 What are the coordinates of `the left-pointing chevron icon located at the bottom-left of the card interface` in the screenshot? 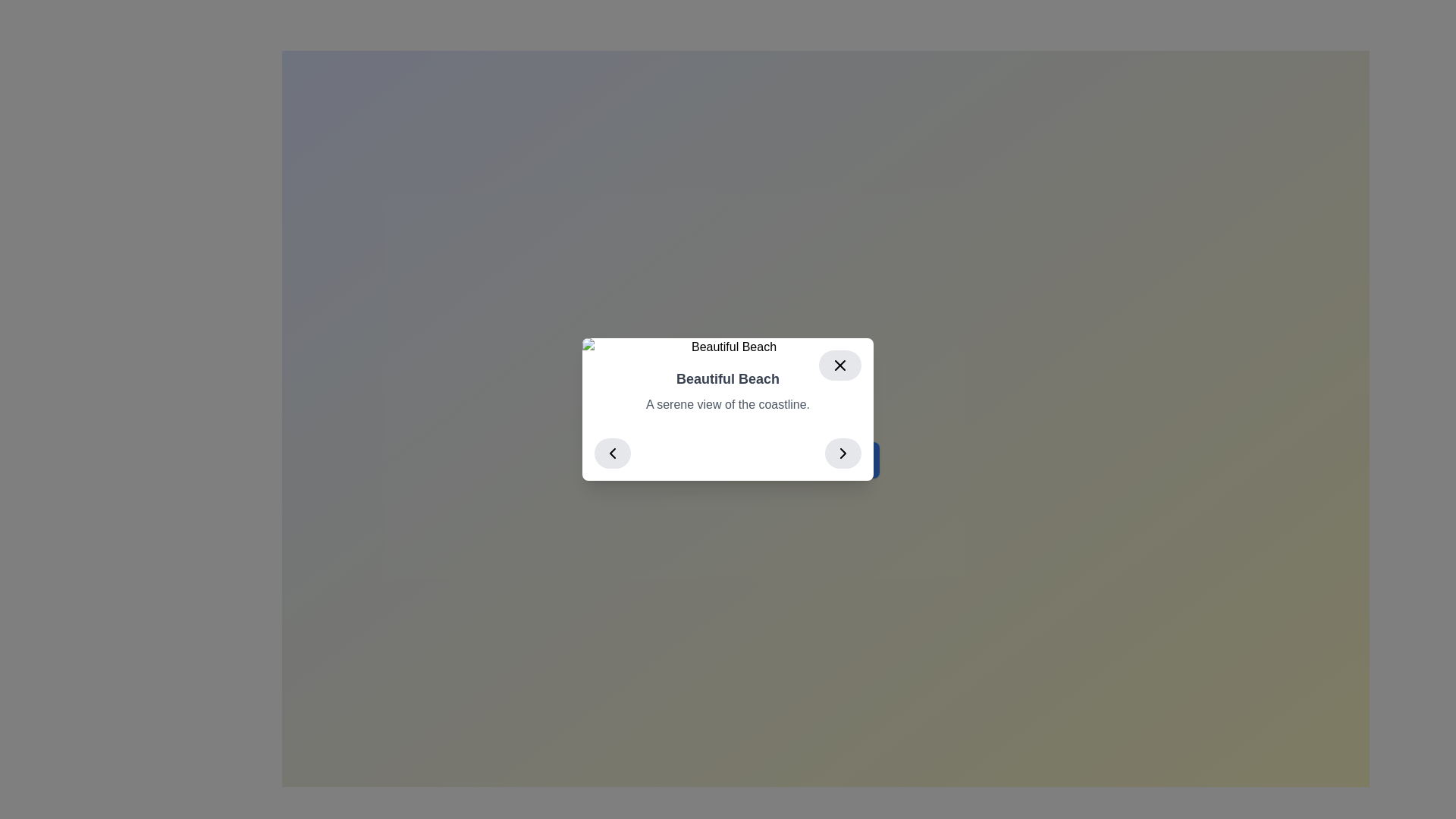 It's located at (612, 452).